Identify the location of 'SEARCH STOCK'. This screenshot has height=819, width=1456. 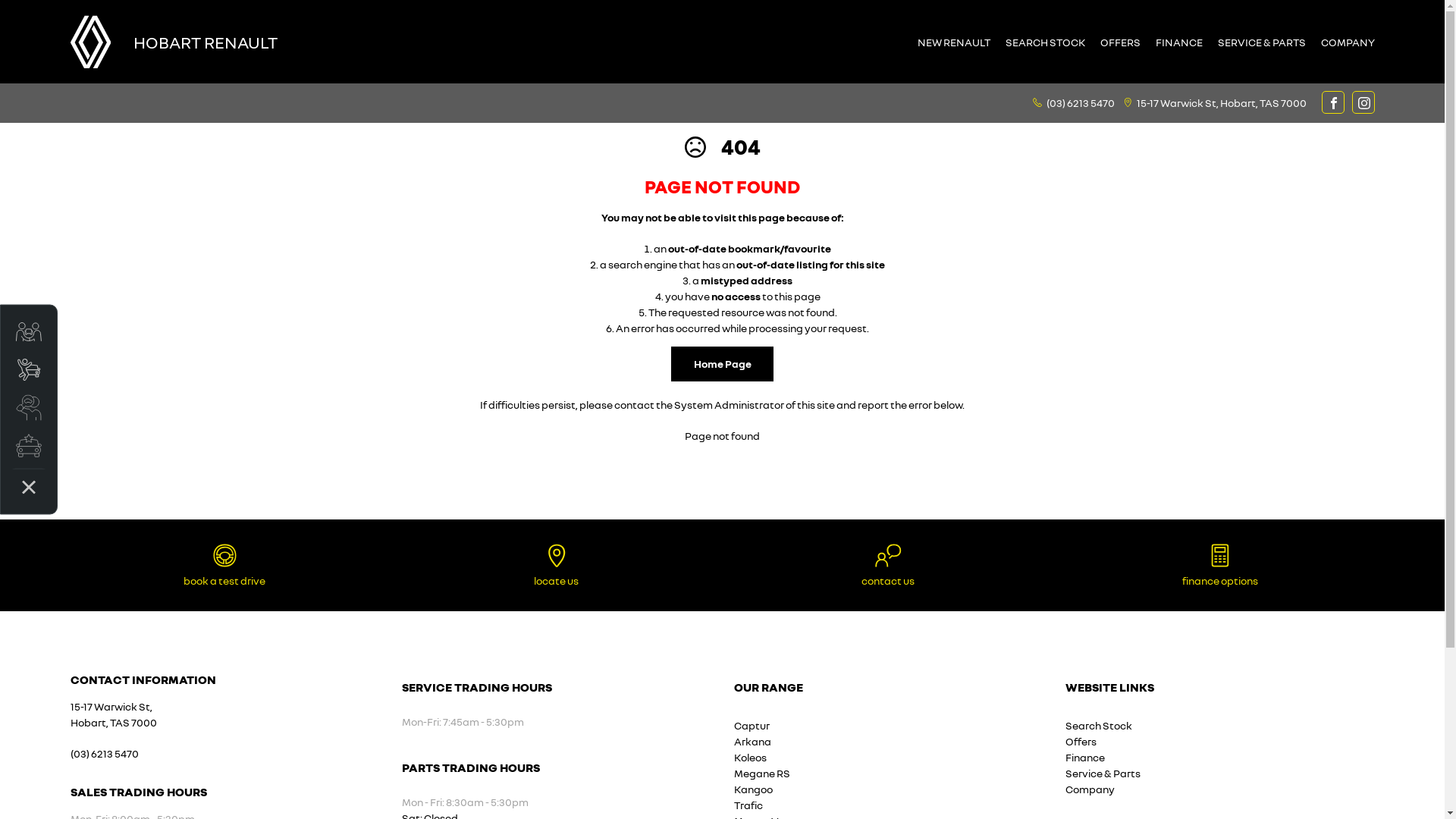
(1044, 41).